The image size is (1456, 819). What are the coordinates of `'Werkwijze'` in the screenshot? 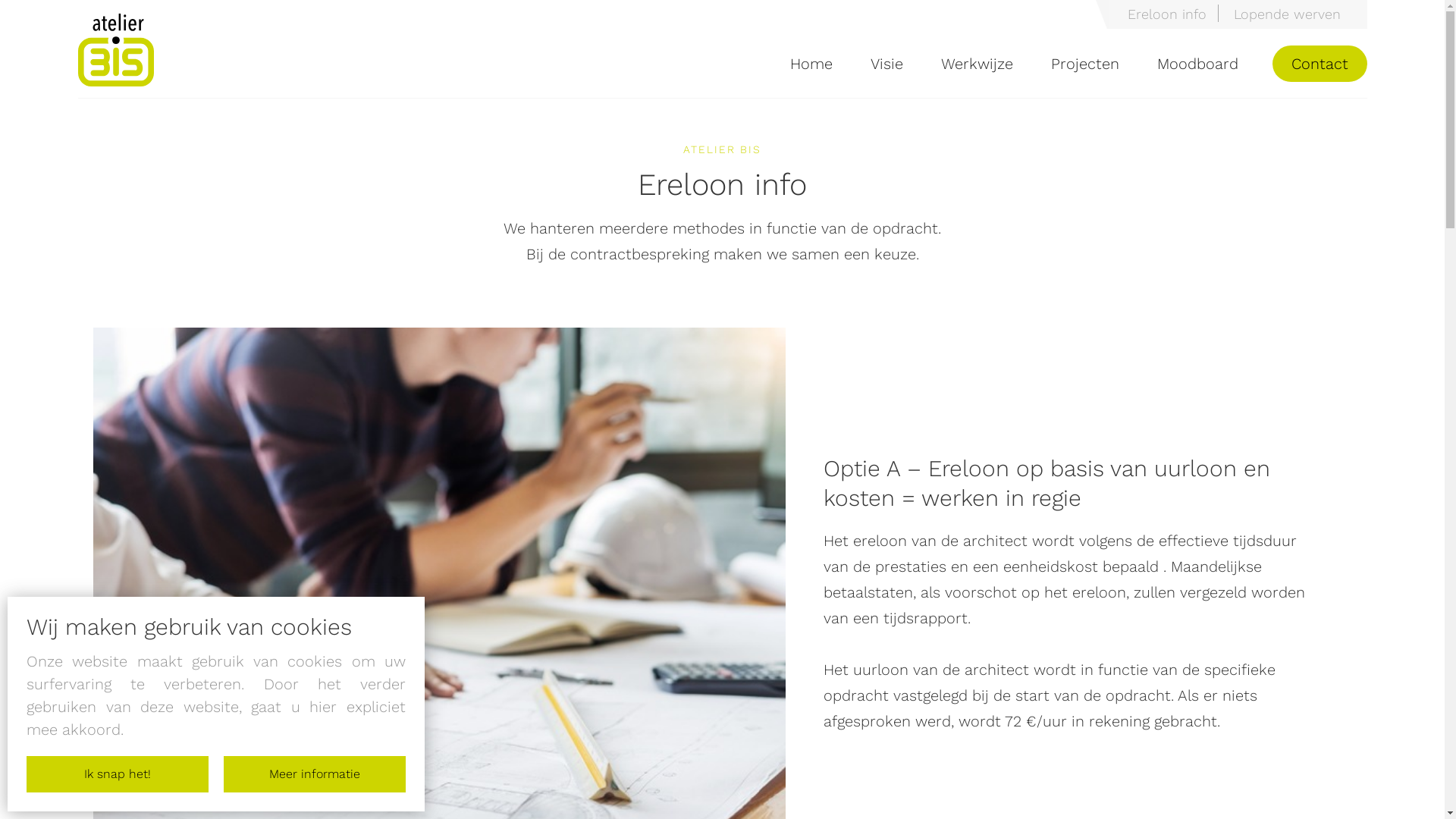 It's located at (976, 63).